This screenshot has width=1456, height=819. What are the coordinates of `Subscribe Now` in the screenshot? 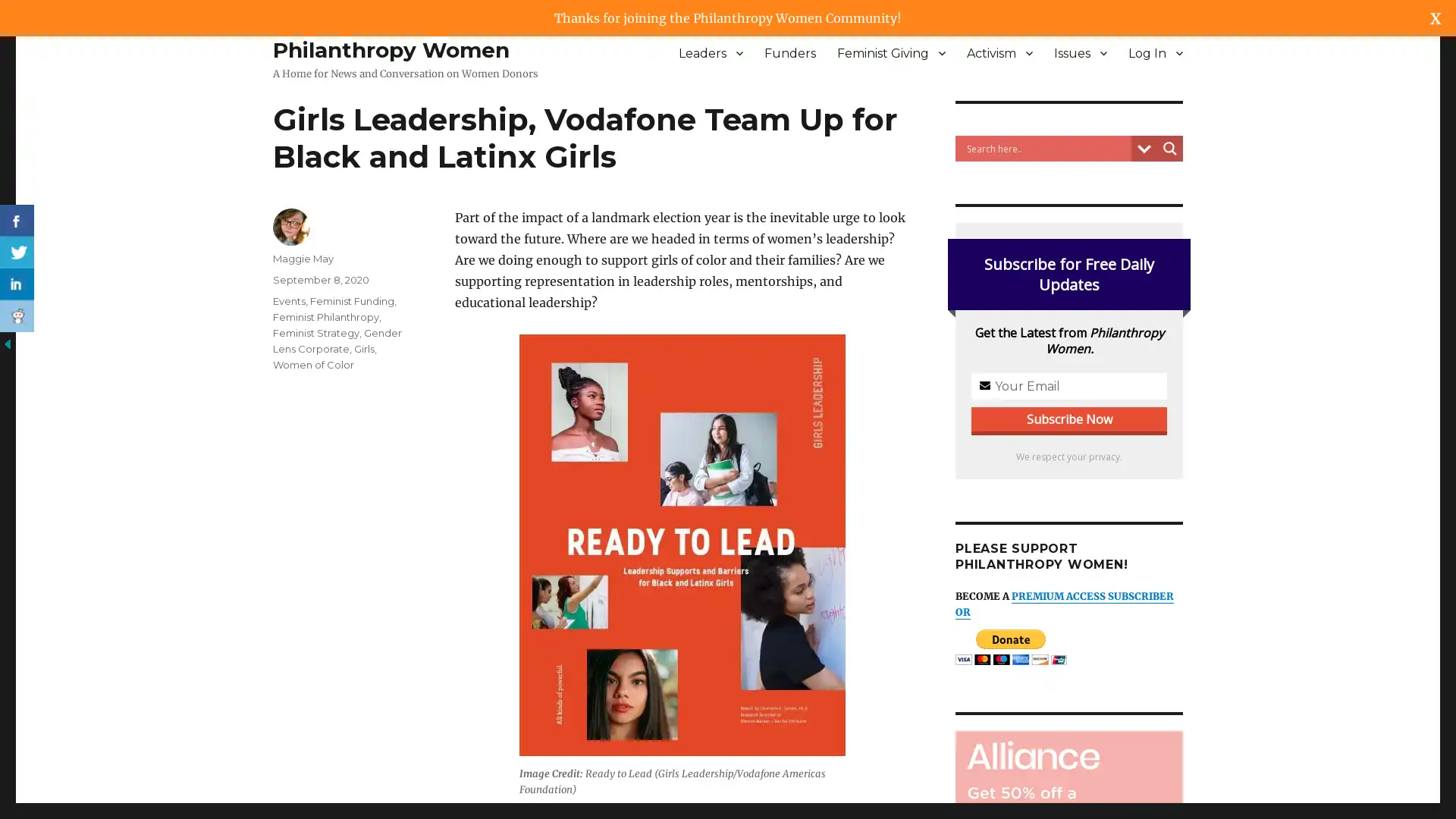 It's located at (728, 438).